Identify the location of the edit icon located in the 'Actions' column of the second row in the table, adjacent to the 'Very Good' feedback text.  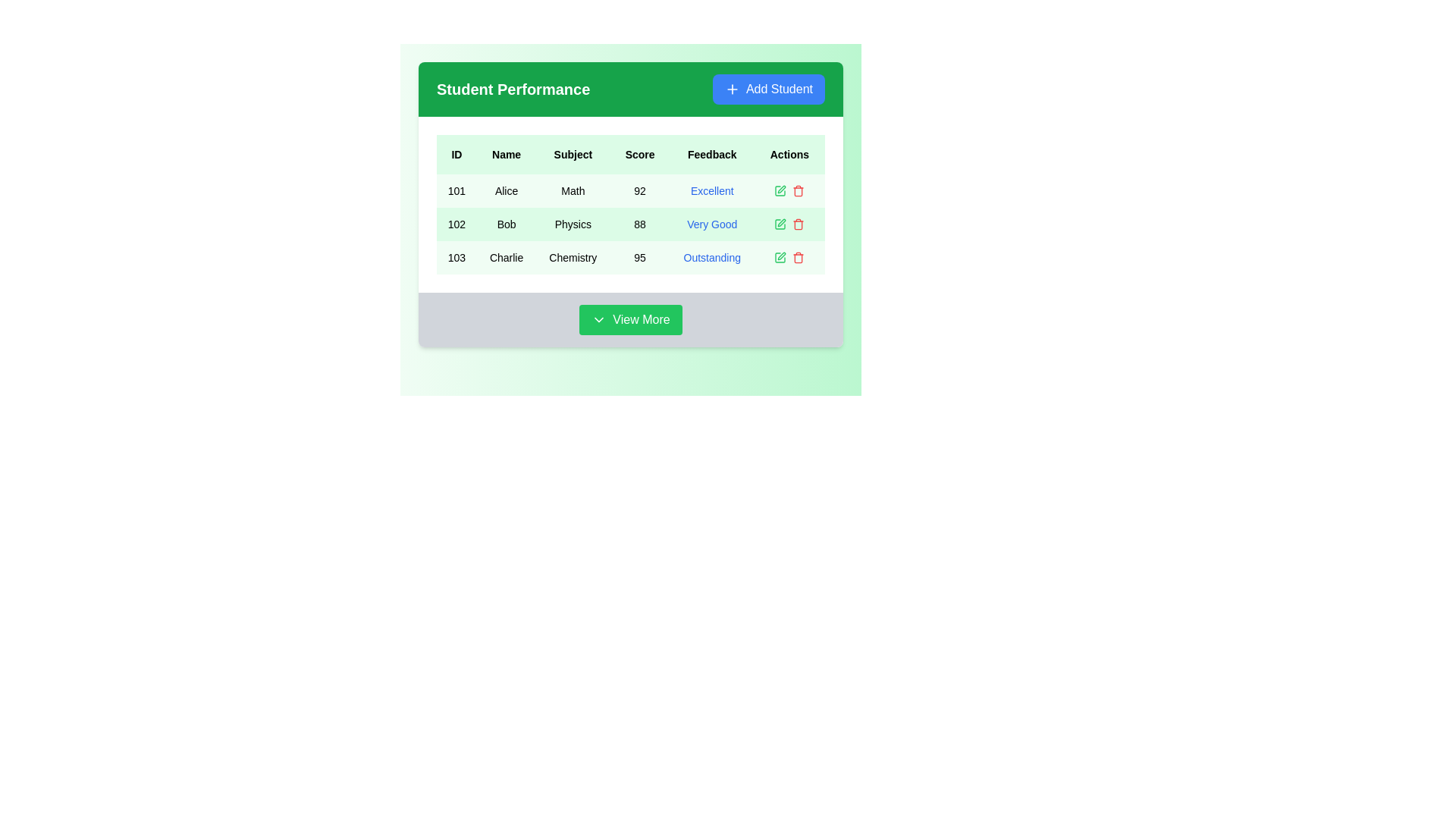
(782, 222).